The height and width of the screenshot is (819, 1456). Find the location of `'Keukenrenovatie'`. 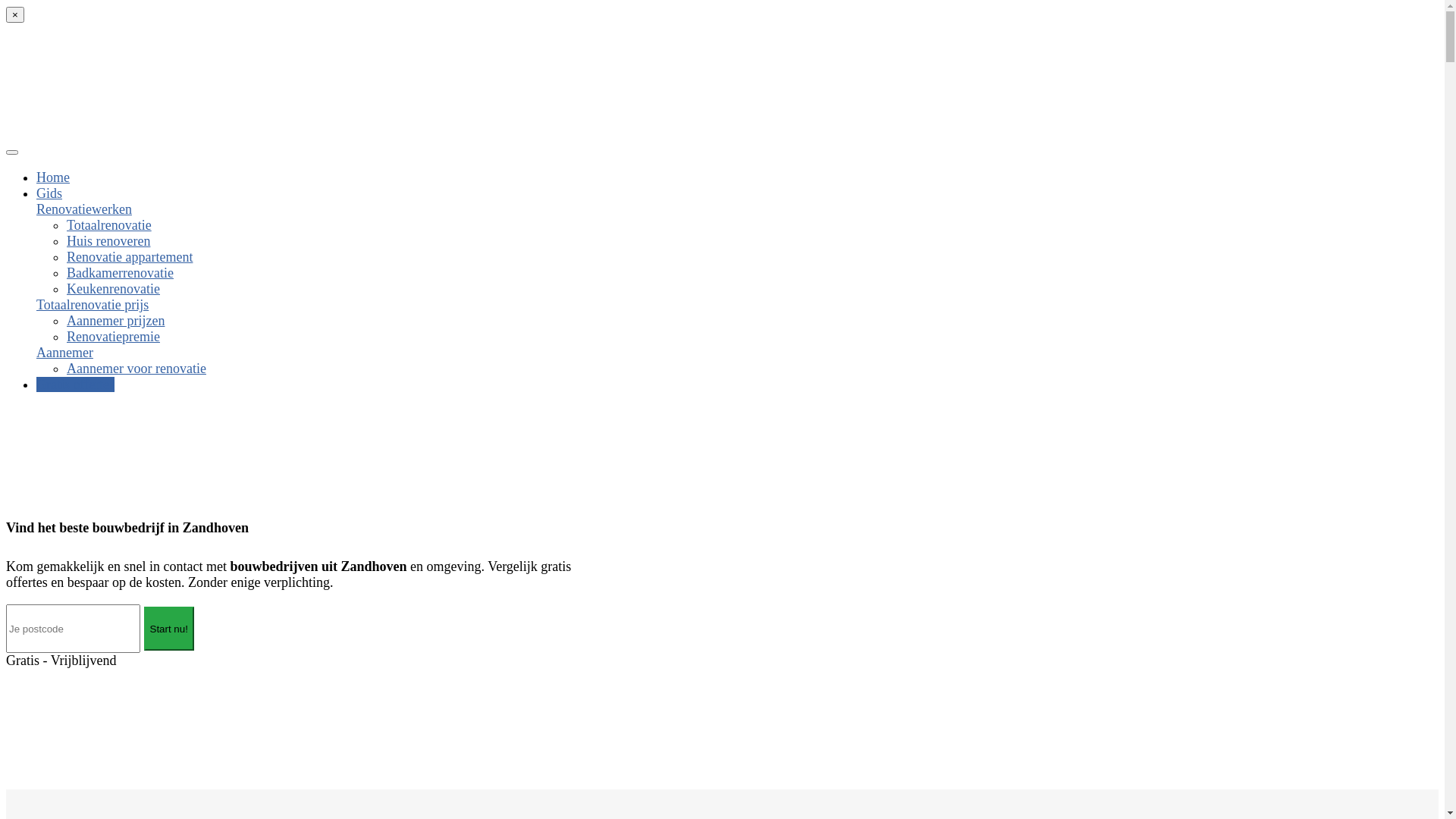

'Keukenrenovatie' is located at coordinates (65, 289).